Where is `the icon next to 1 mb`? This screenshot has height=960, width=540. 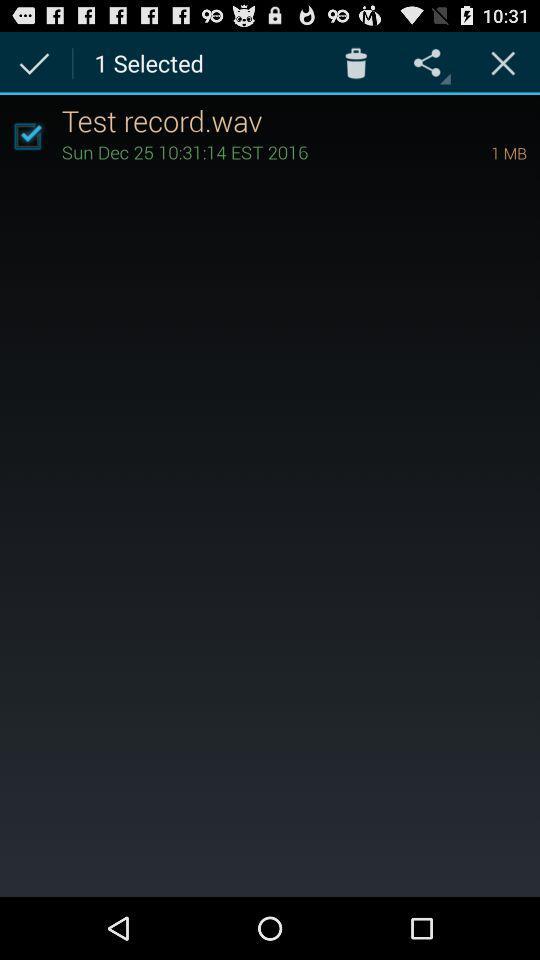
the icon next to 1 mb is located at coordinates (248, 150).